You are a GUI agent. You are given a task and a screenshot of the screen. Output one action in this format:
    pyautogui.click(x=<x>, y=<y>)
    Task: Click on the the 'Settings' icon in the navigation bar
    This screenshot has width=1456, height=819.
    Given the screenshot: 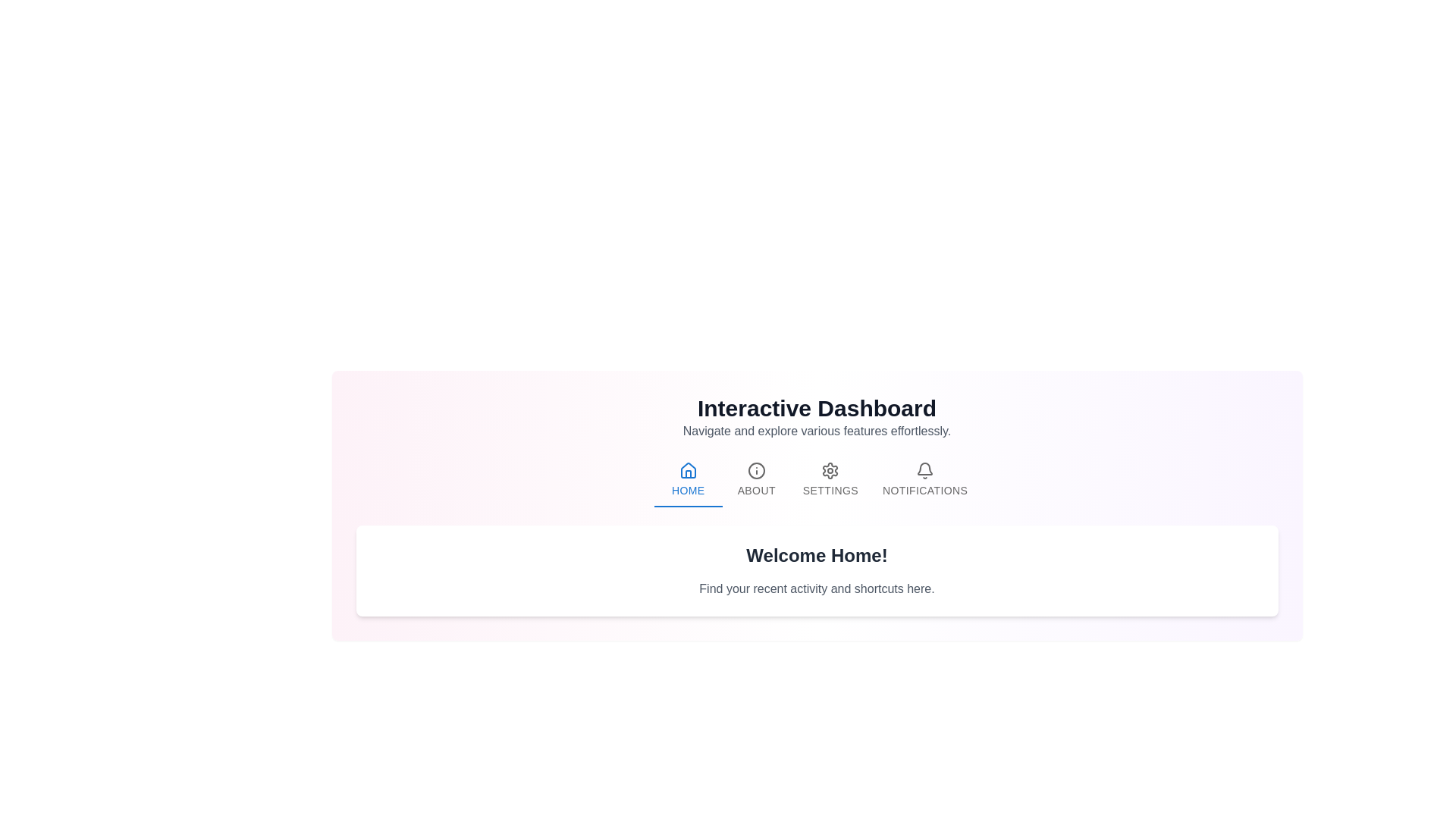 What is the action you would take?
    pyautogui.click(x=830, y=470)
    